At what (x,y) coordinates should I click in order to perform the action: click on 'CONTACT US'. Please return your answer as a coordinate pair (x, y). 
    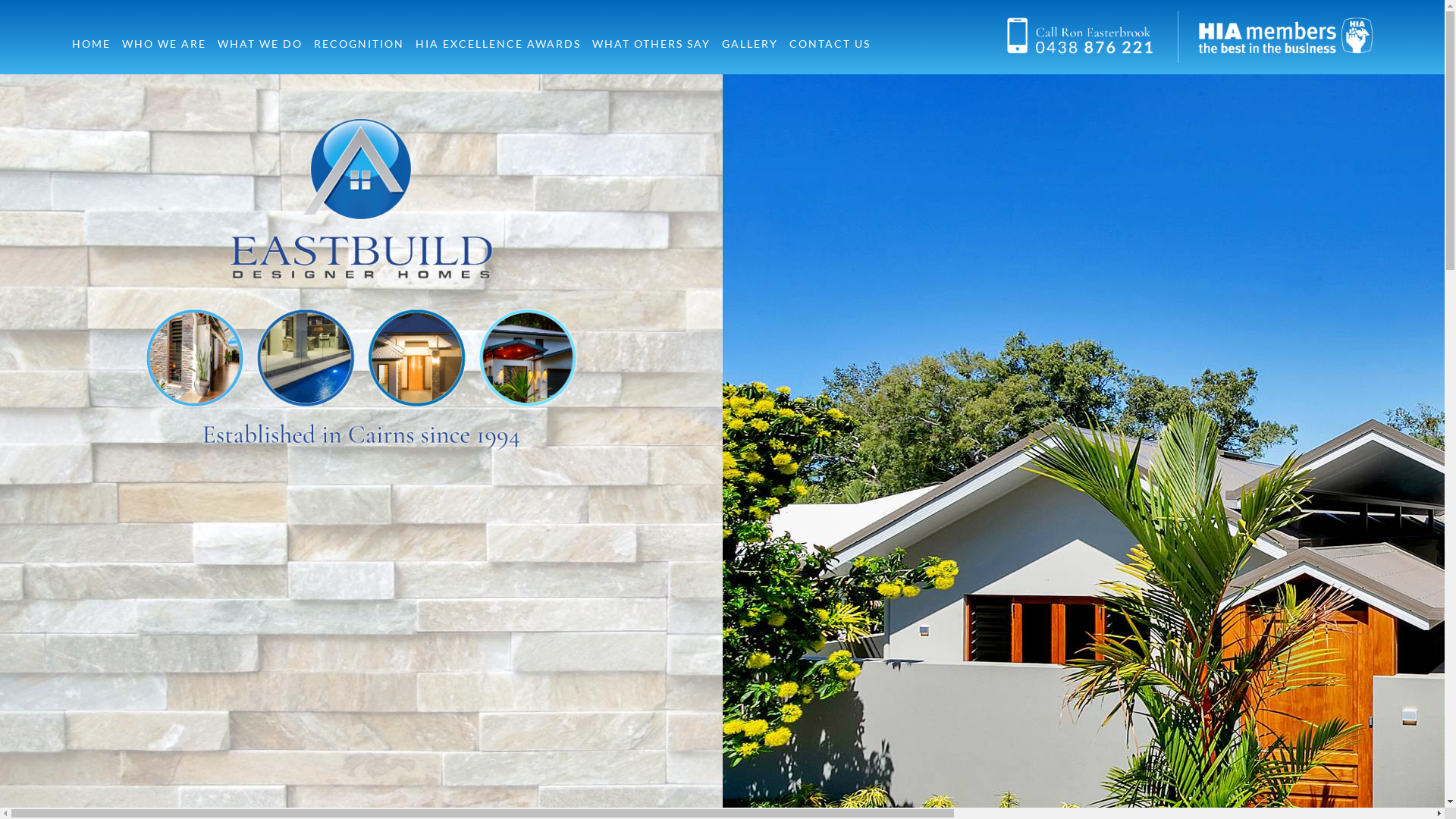
    Looking at the image, I should click on (829, 42).